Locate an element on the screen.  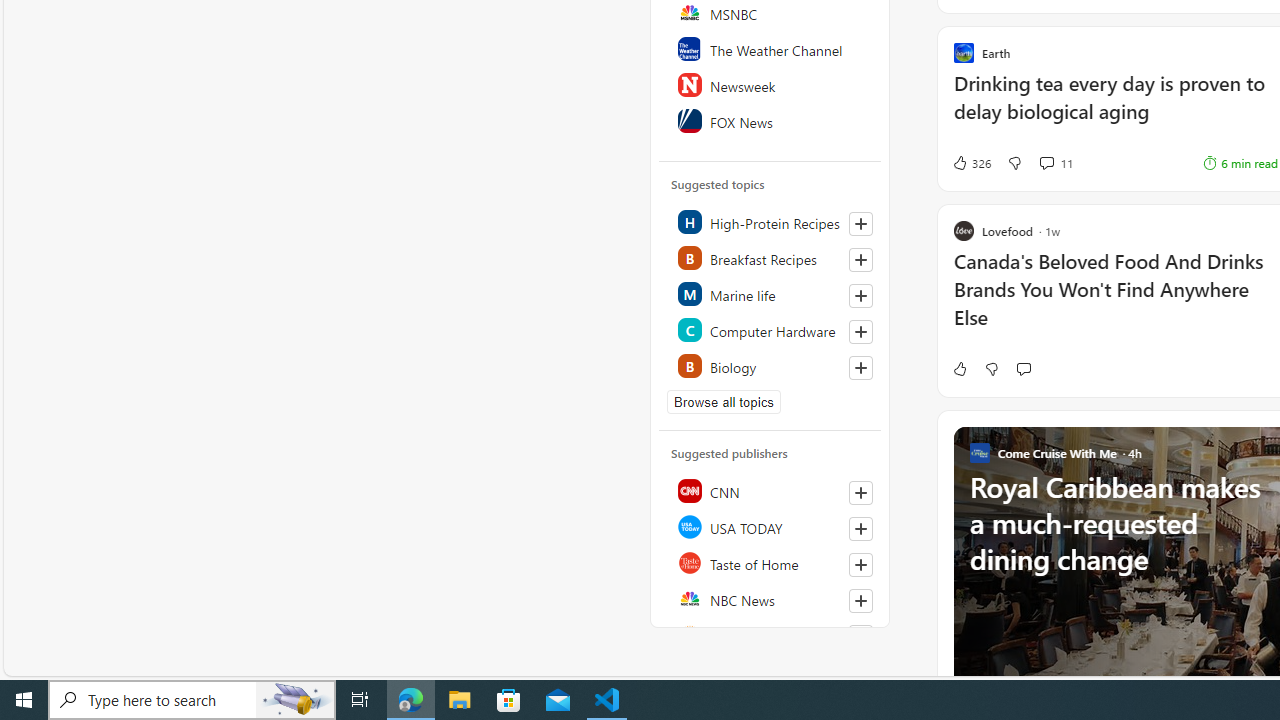
'NBC News' is located at coordinates (770, 598).